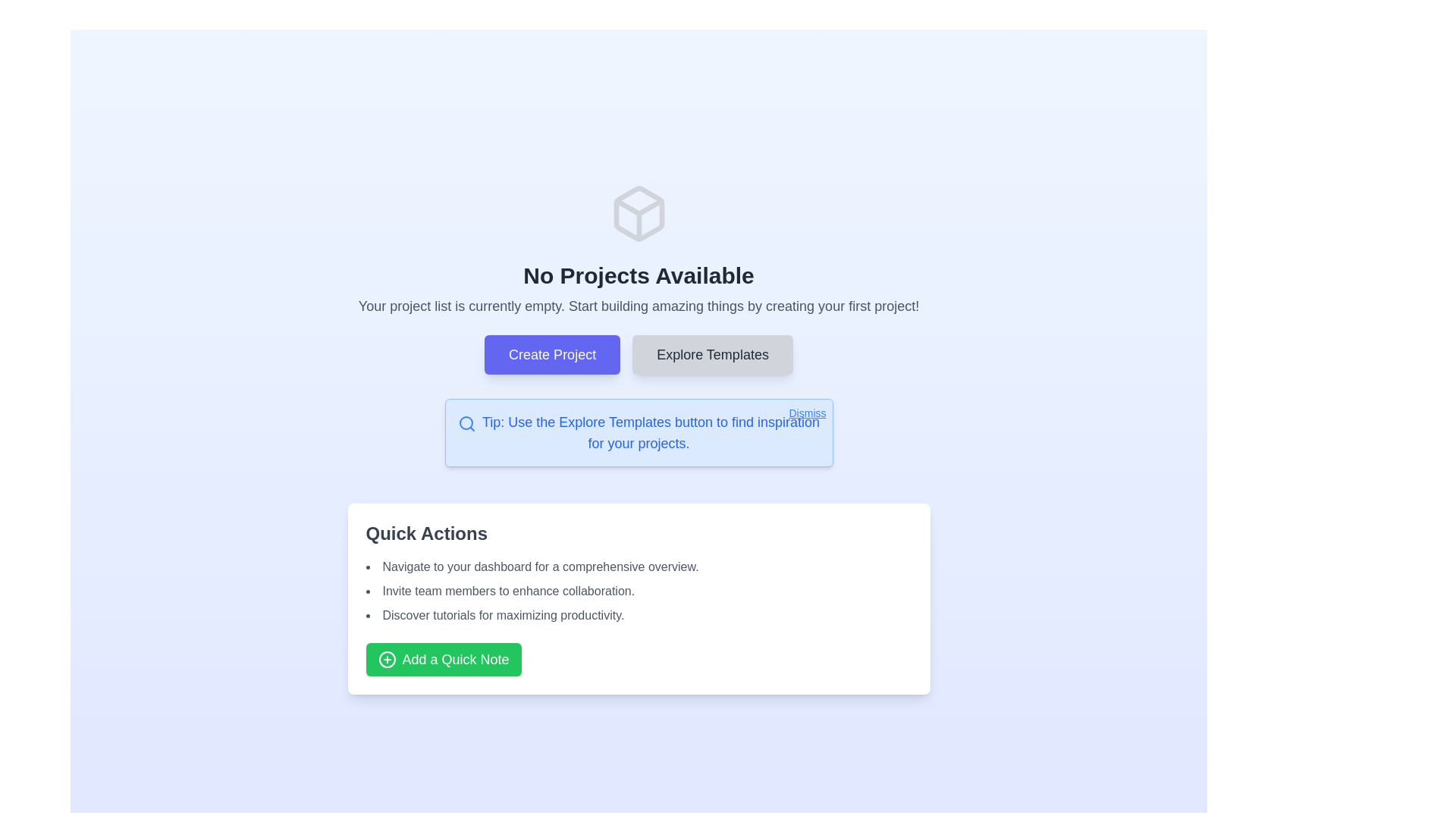  Describe the element at coordinates (639, 275) in the screenshot. I see `the text label or header that indicates there are no projects currently displayed, located centrally in the interface` at that location.